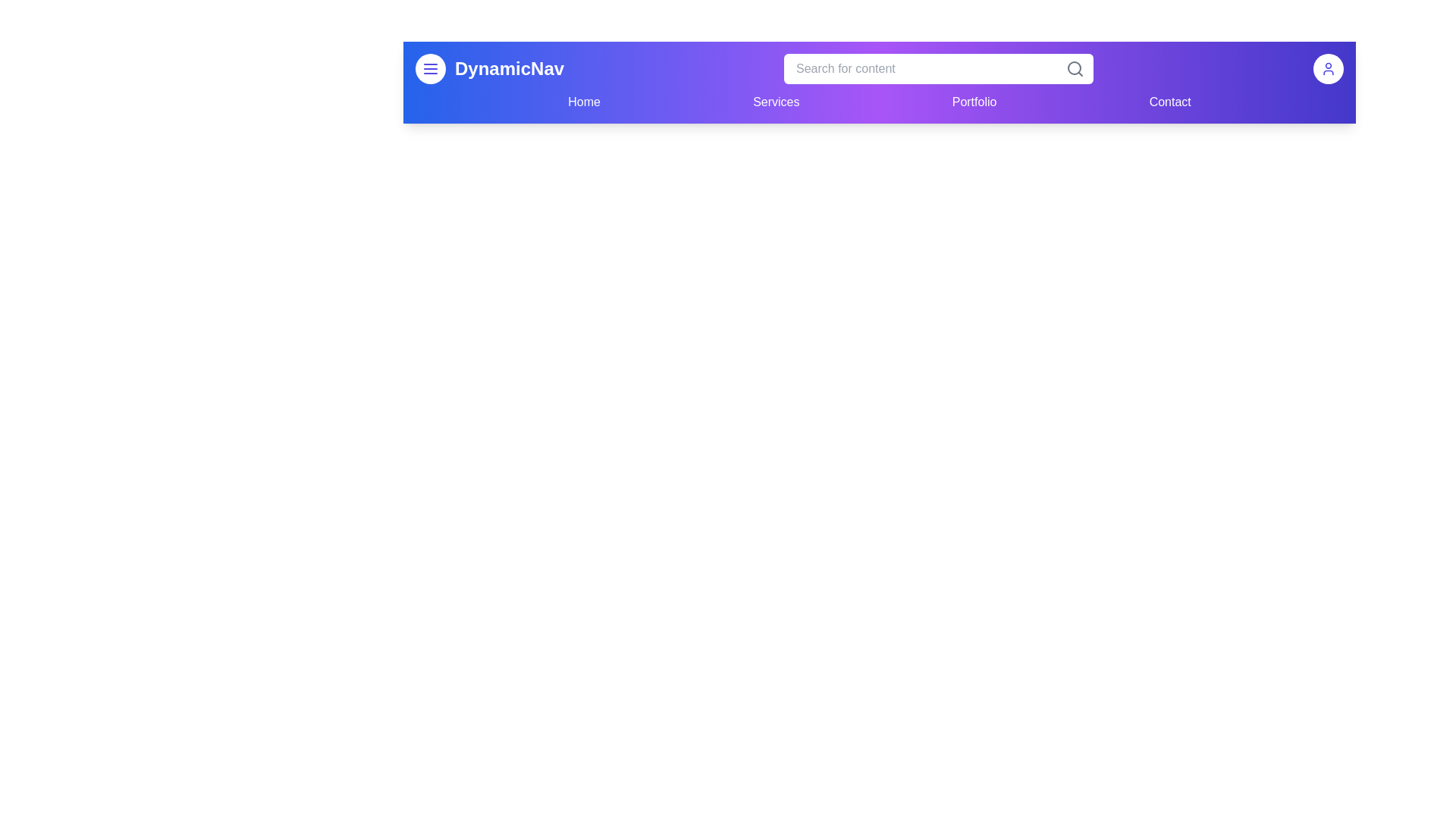 This screenshot has height=819, width=1456. I want to click on the menu toggle button to toggle the navigation menu visibility, so click(429, 69).